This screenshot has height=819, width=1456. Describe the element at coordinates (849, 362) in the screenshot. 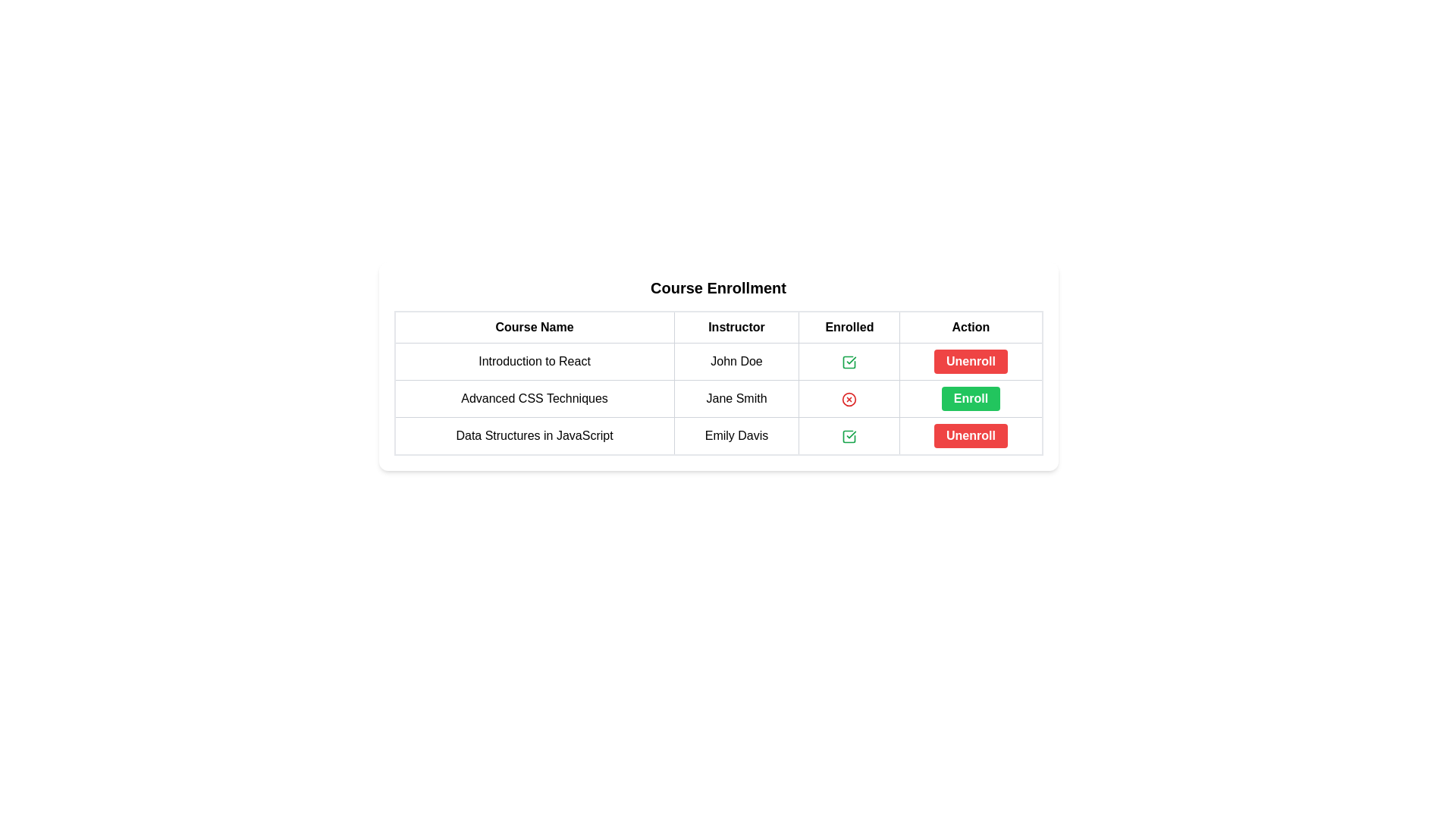

I see `the green checkmark status indicator in the 'Enrolled' column of the first row in the course enrollment table for the course 'Introduction to React'` at that location.